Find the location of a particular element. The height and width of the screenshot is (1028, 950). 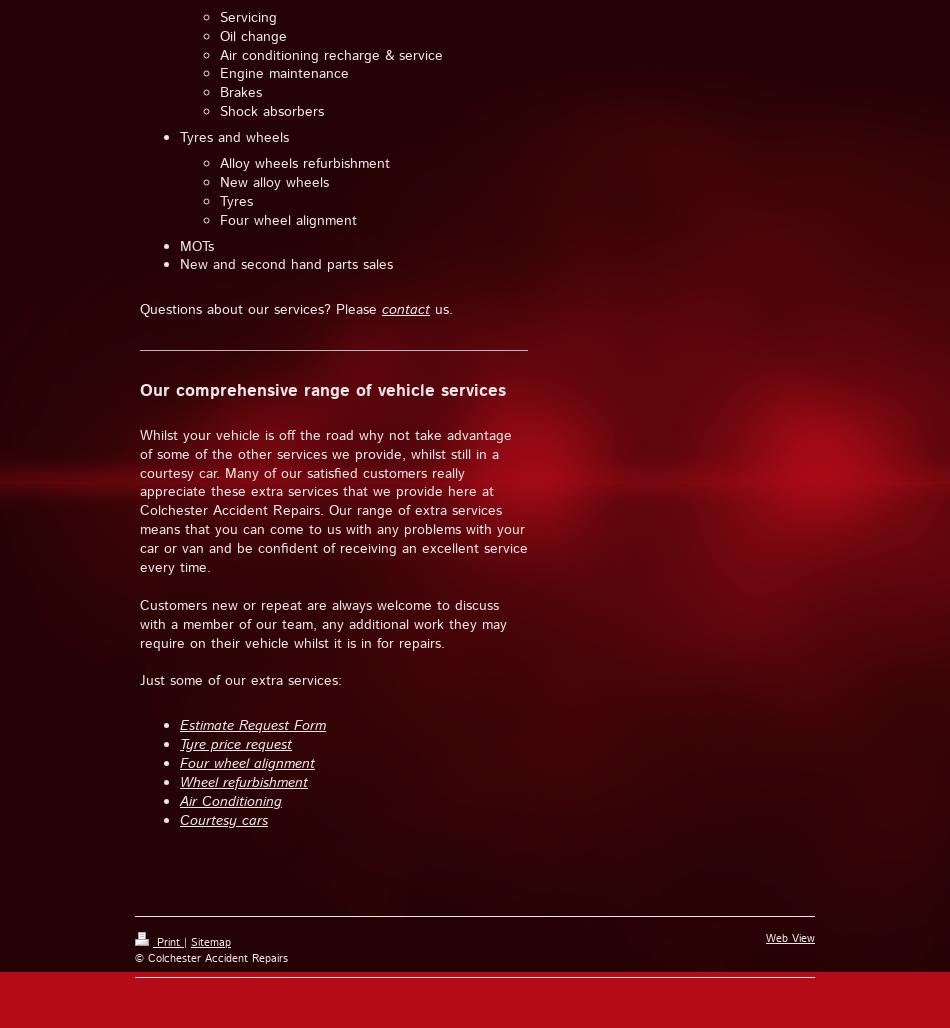

'Our comprehensive range of vehicle services' is located at coordinates (322, 391).